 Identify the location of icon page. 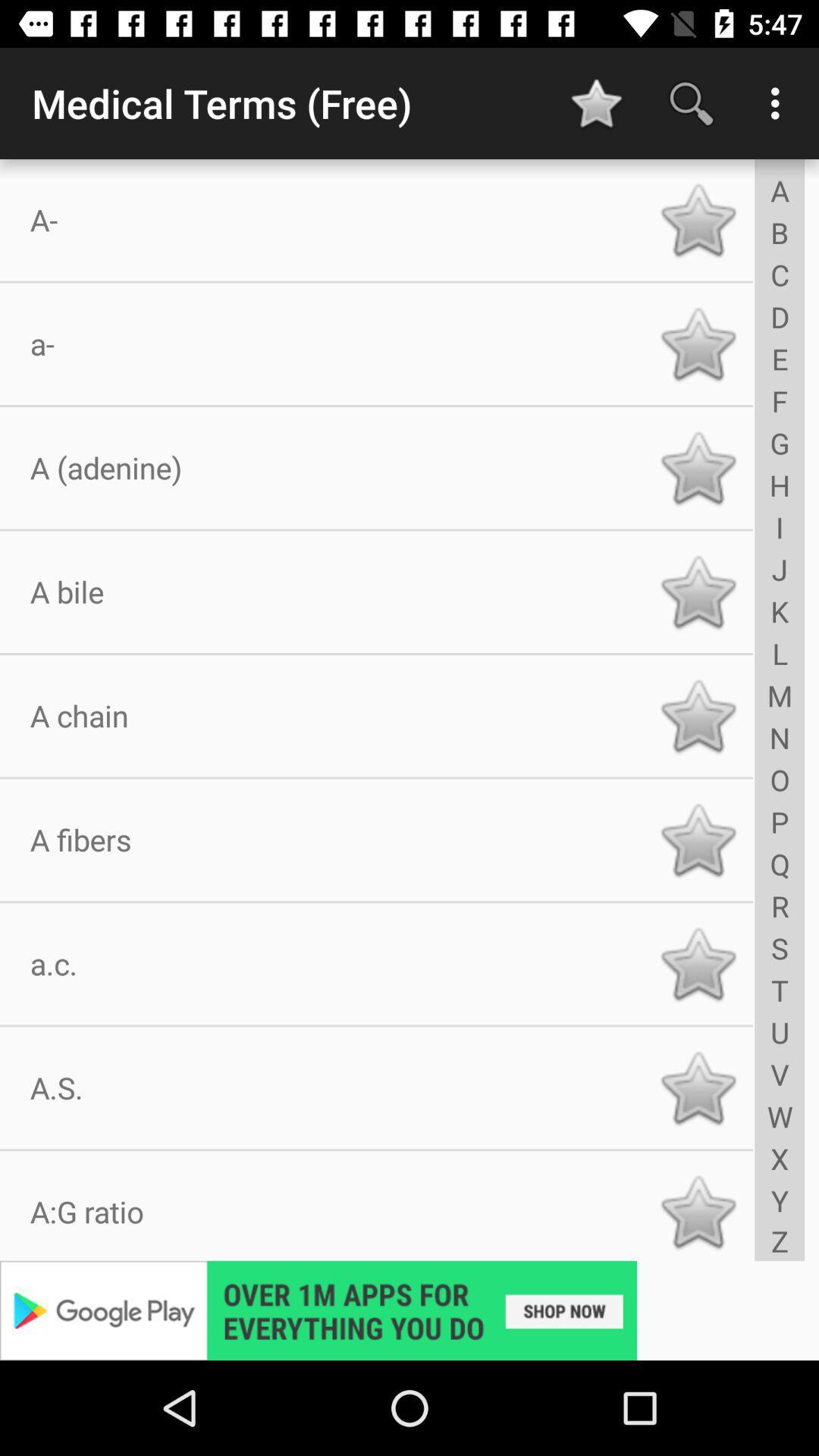
(698, 1087).